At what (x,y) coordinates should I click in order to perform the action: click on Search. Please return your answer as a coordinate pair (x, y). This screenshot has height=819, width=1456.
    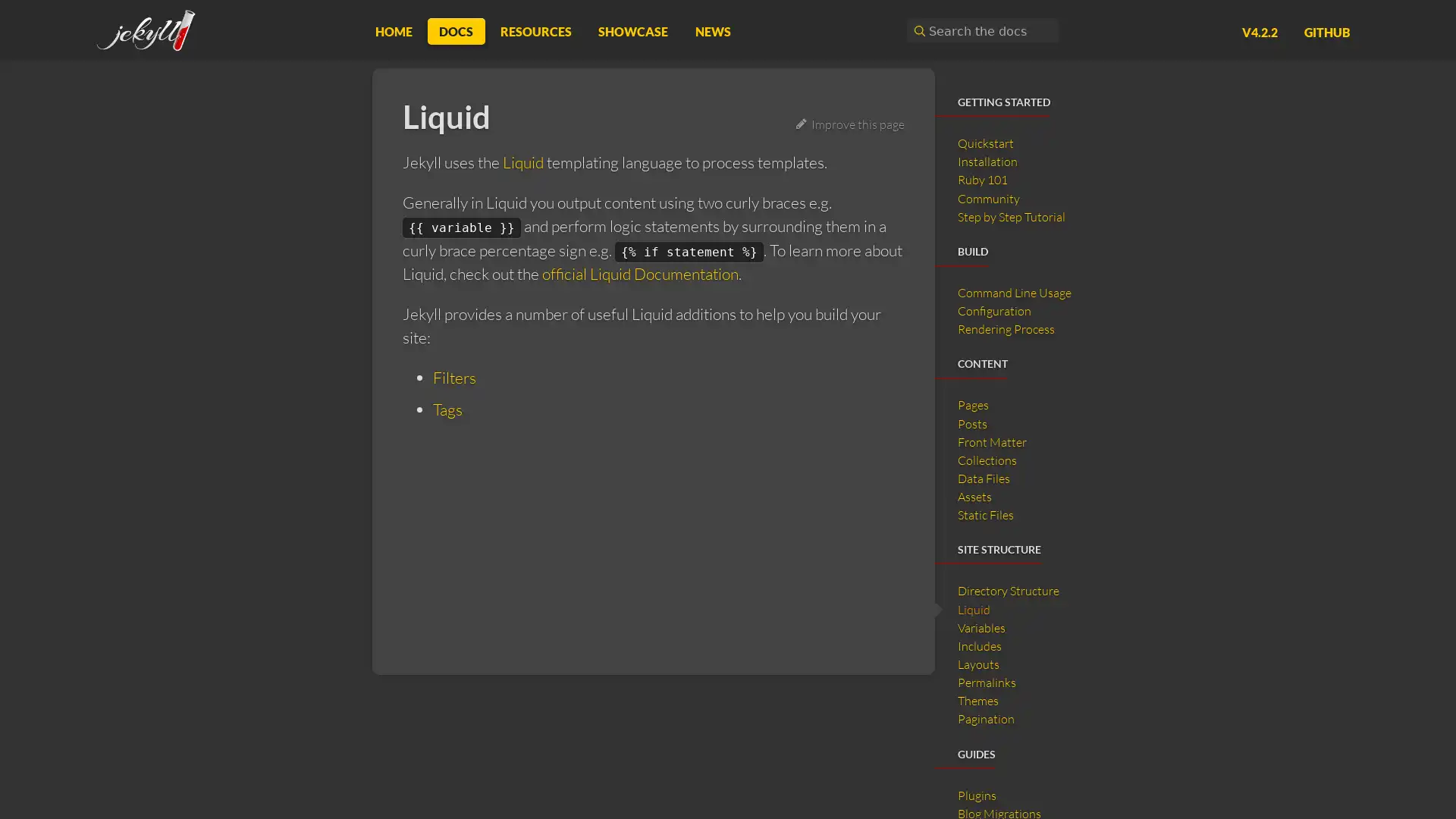
    Looking at the image, I should click on (917, 30).